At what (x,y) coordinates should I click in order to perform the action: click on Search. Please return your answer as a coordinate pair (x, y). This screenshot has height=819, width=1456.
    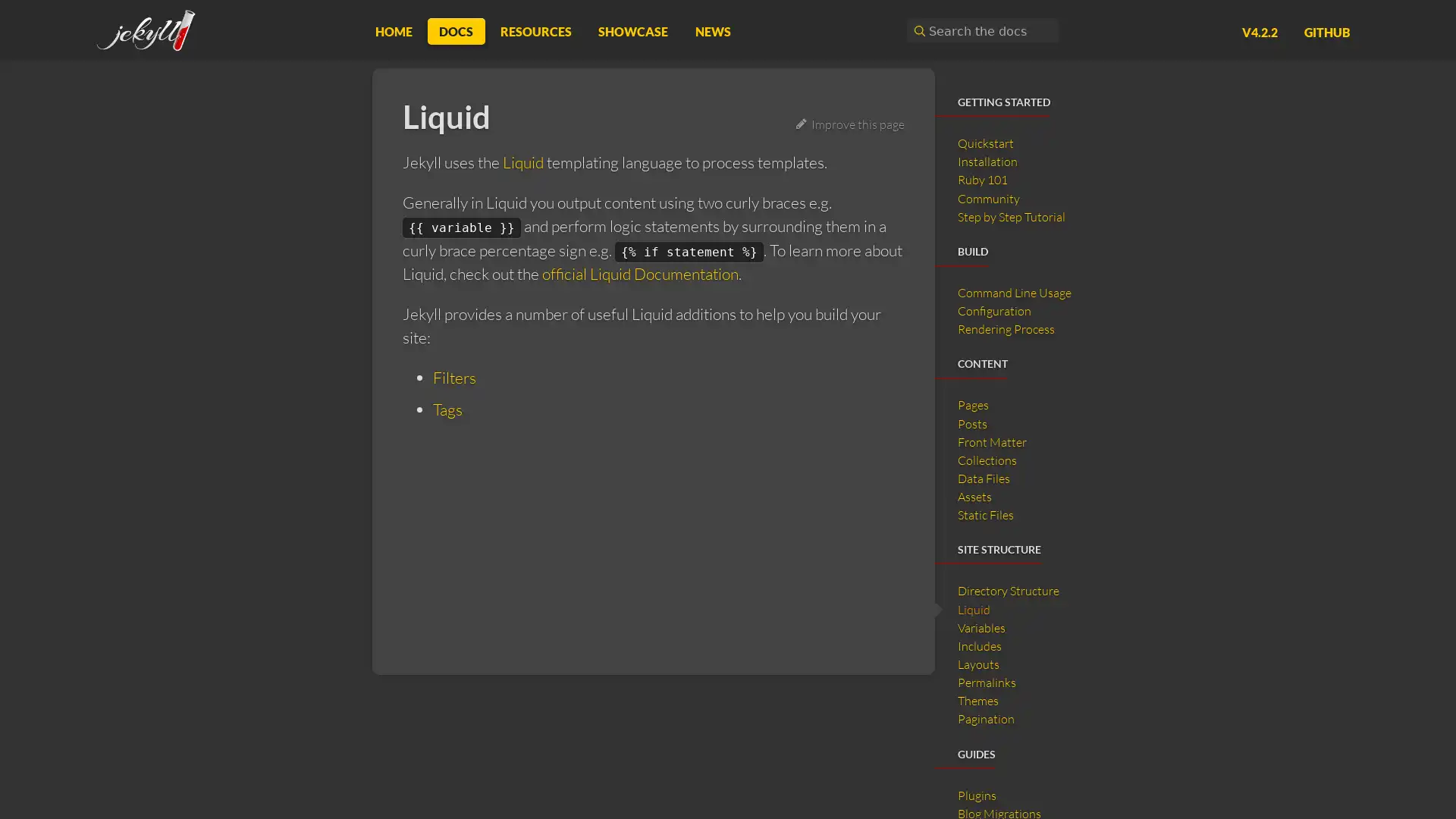
    Looking at the image, I should click on (917, 30).